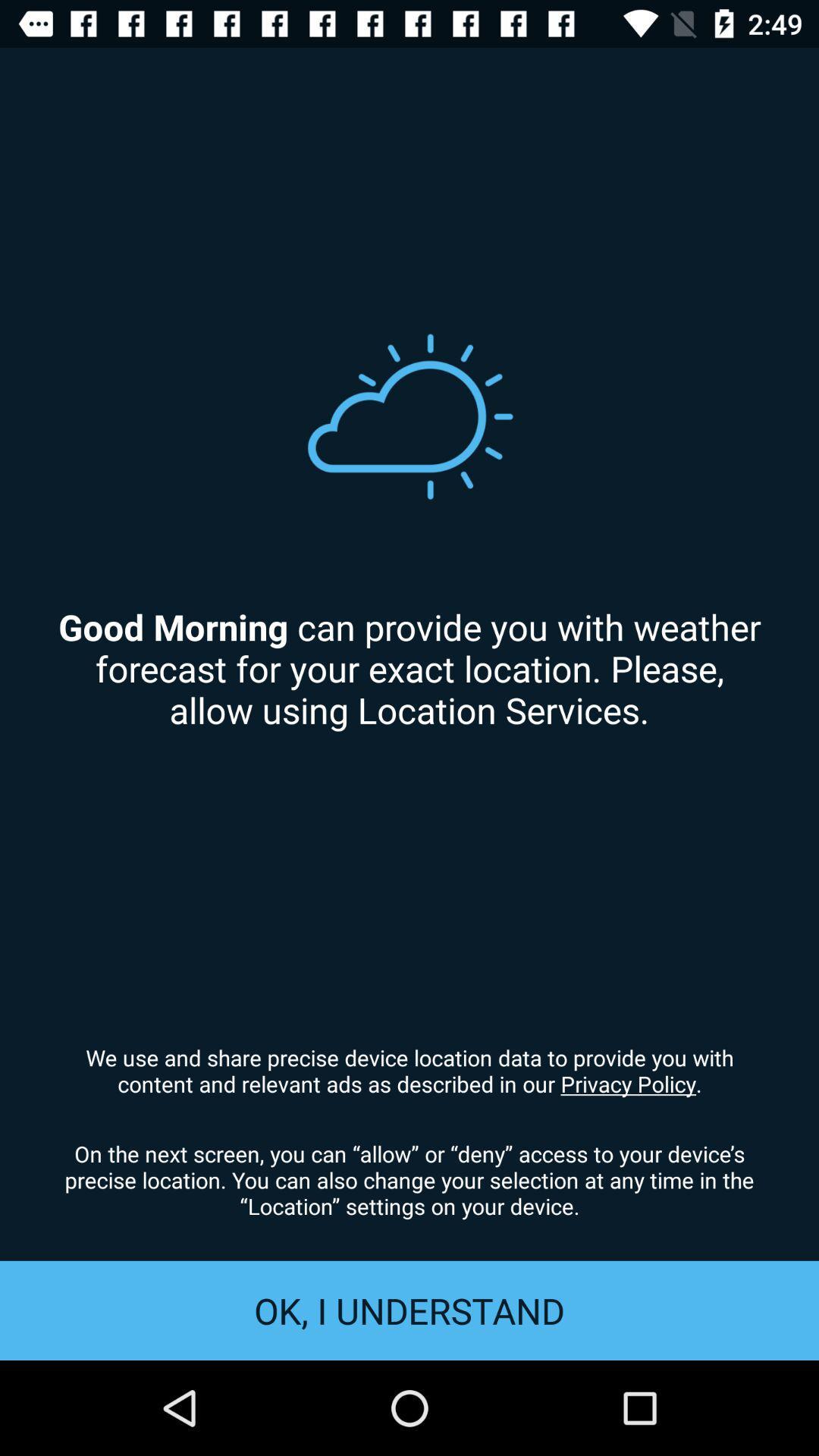 The image size is (819, 1456). Describe the element at coordinates (409, 1069) in the screenshot. I see `icon above on the next item` at that location.